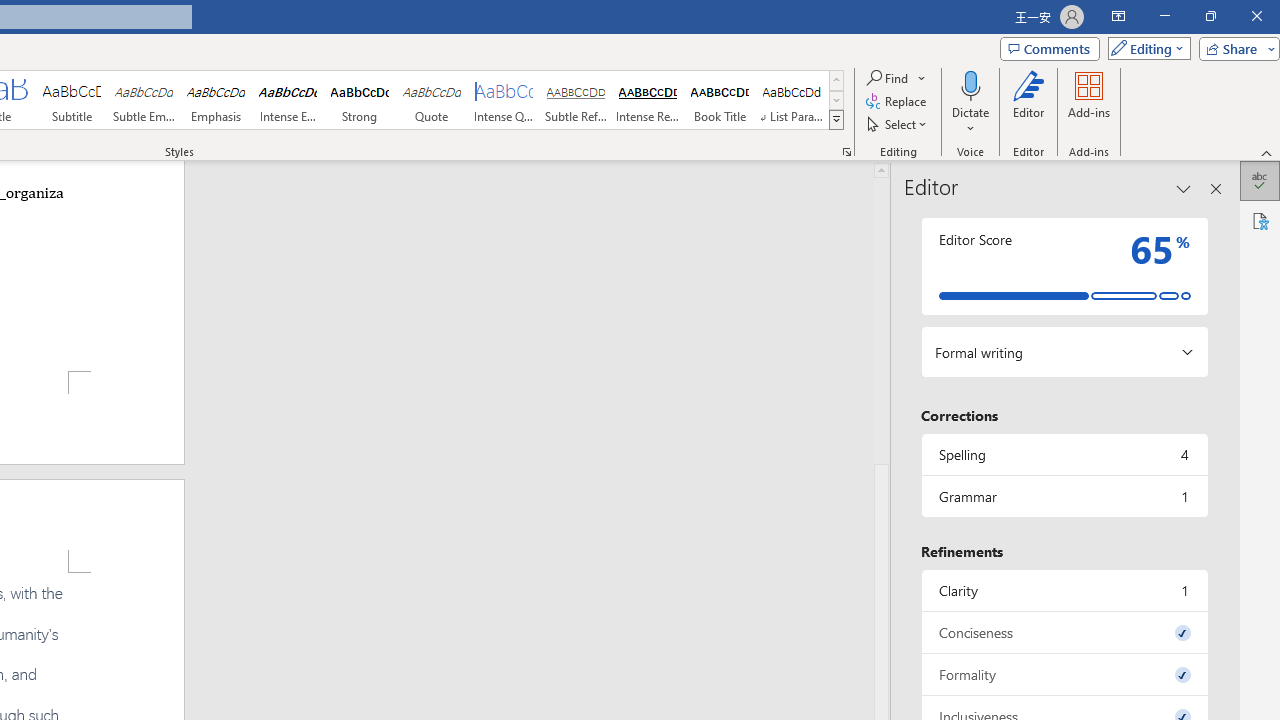 Image resolution: width=1280 pixels, height=720 pixels. I want to click on 'Collapse the Ribbon', so click(1266, 152).